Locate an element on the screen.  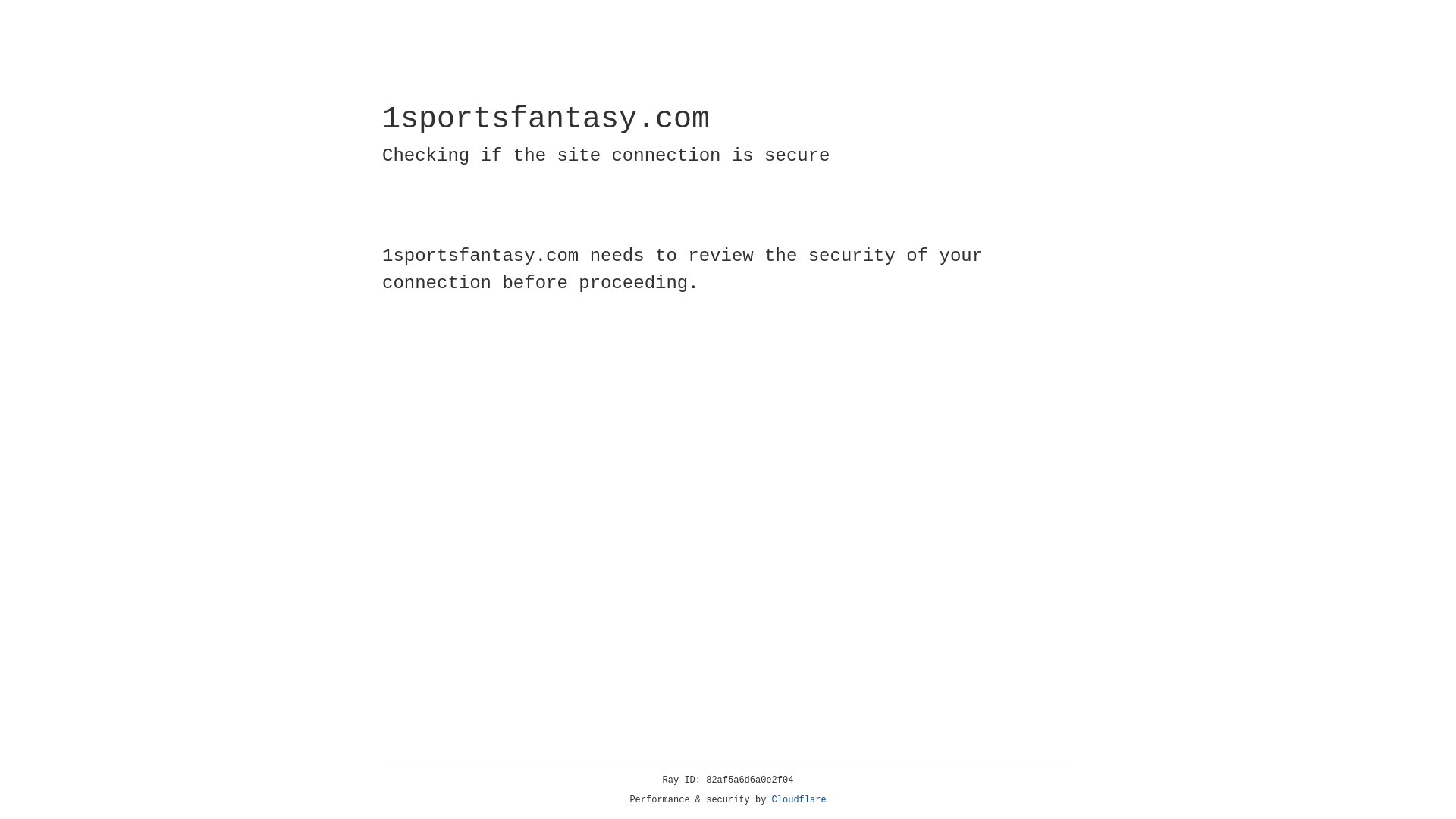
'Cloudflare' is located at coordinates (799, 799).